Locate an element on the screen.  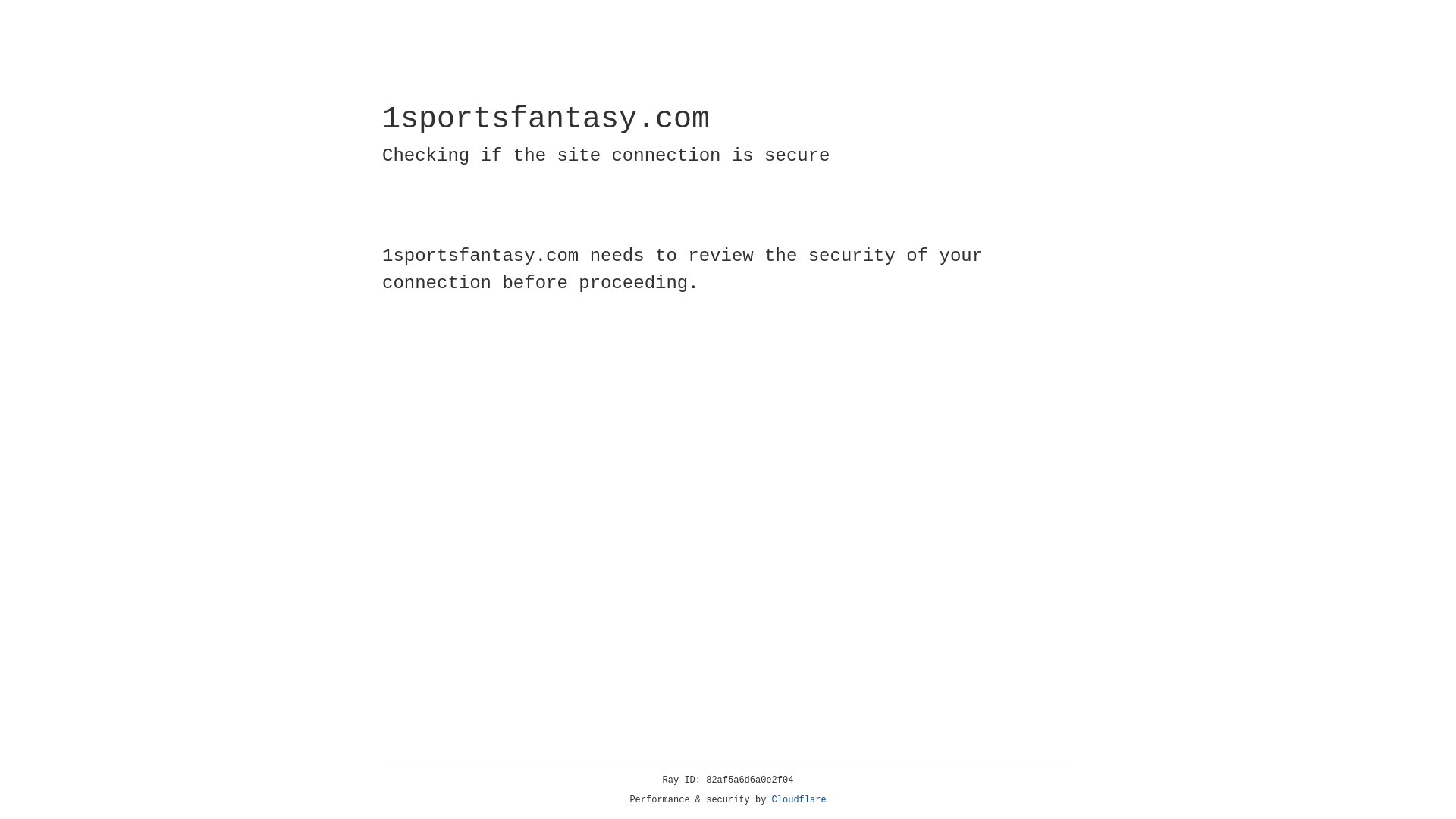
'Cloudflare' is located at coordinates (799, 799).